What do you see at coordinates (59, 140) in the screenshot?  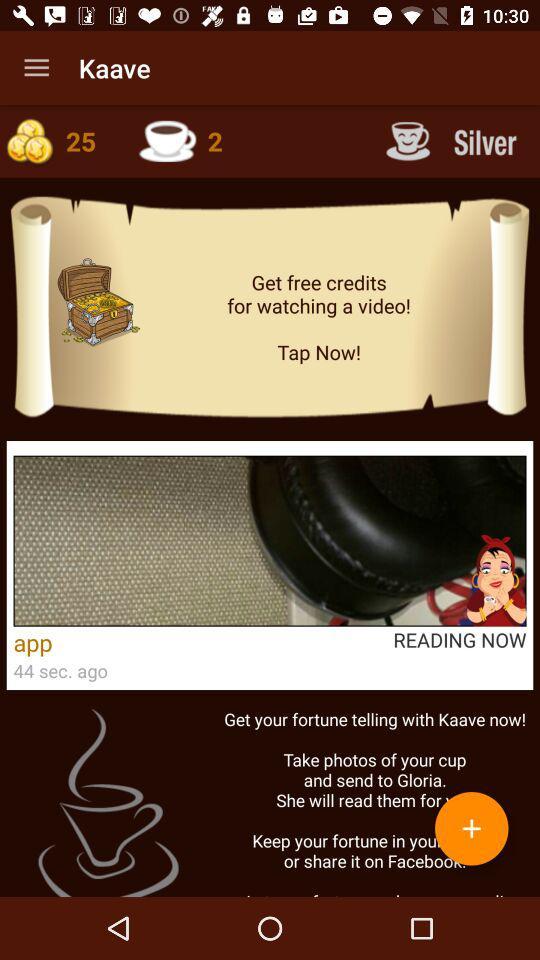 I see `check coins` at bounding box center [59, 140].